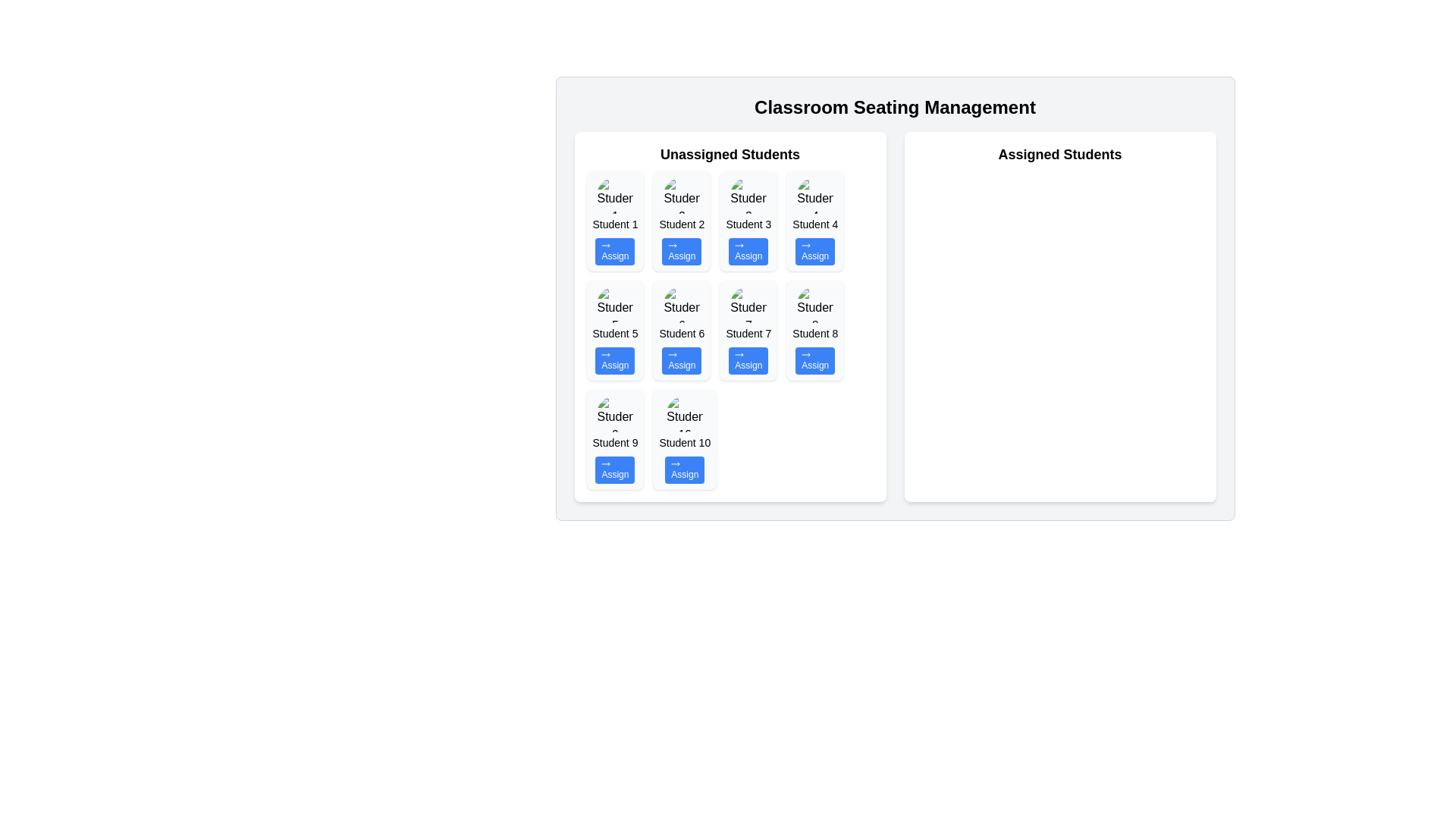 The width and height of the screenshot is (1456, 819). I want to click on the 'Assign' button with a blue background located in the third column of the 'Unassigned Students' section associated with 'Student 7', so click(748, 360).